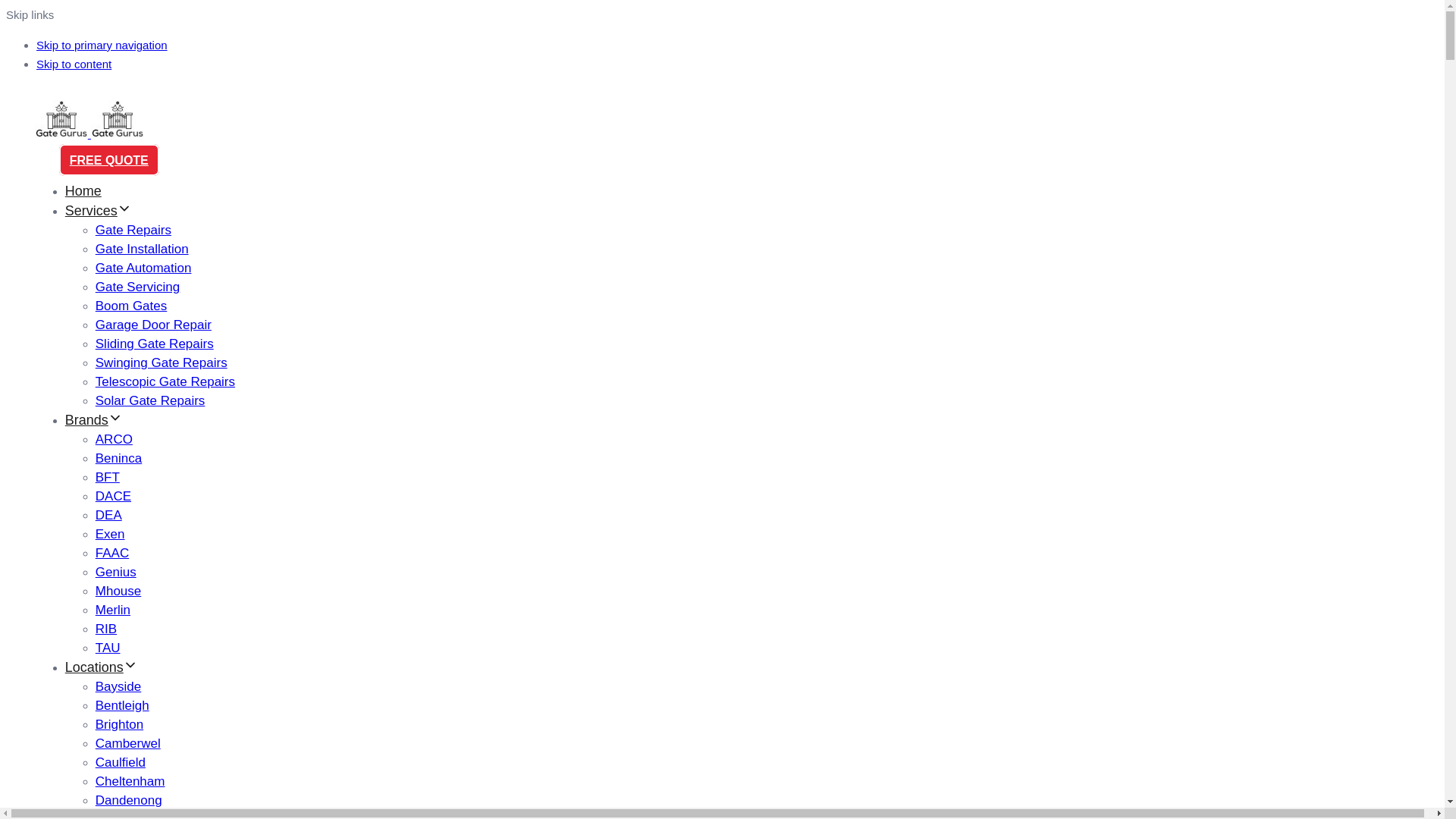  What do you see at coordinates (107, 476) in the screenshot?
I see `'BFT'` at bounding box center [107, 476].